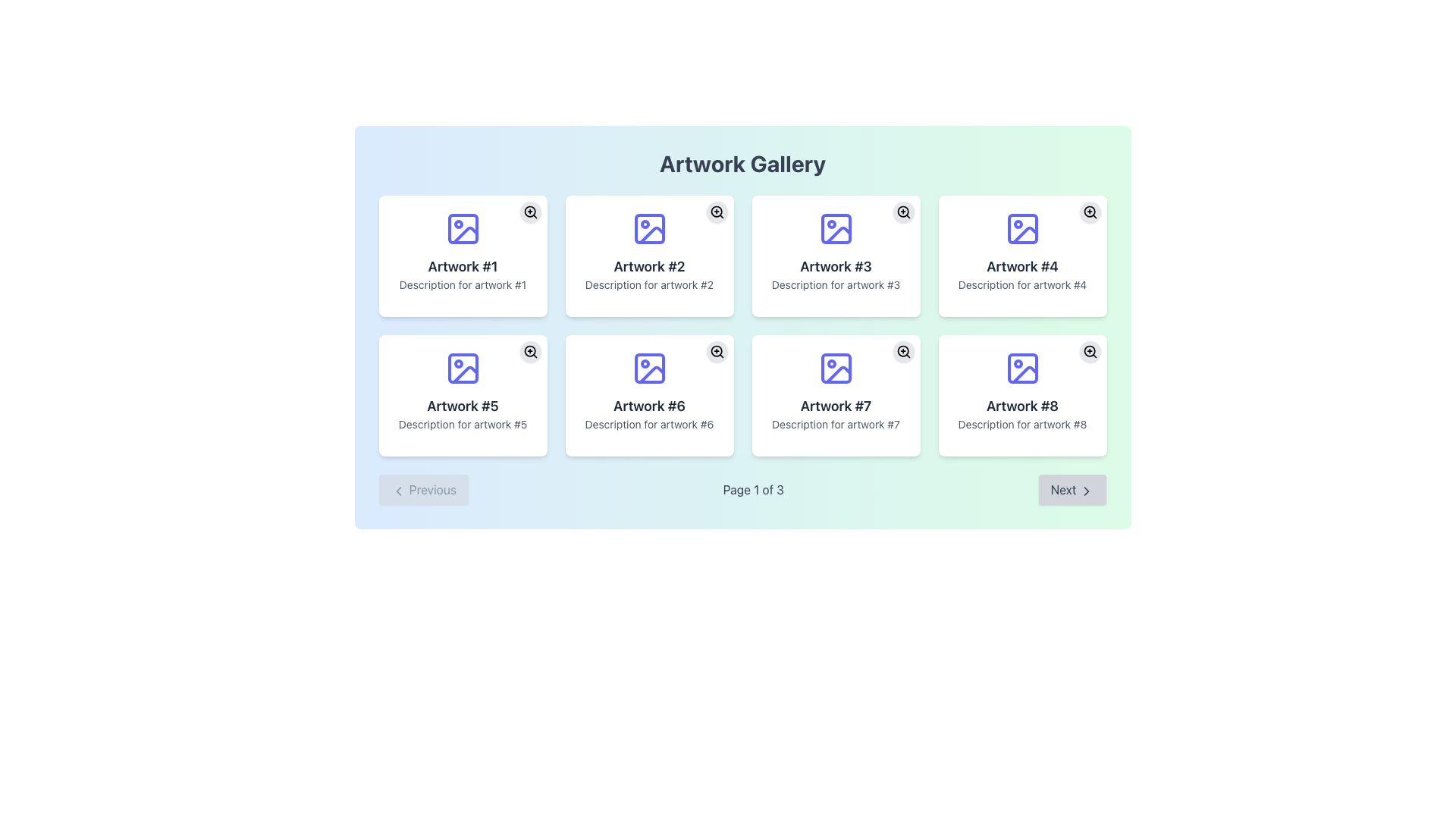 The image size is (1456, 819). What do you see at coordinates (529, 351) in the screenshot?
I see `the circular graphical component inside the magnifying glass icon located at the top-right corner of the 'Artwork #5' card` at bounding box center [529, 351].